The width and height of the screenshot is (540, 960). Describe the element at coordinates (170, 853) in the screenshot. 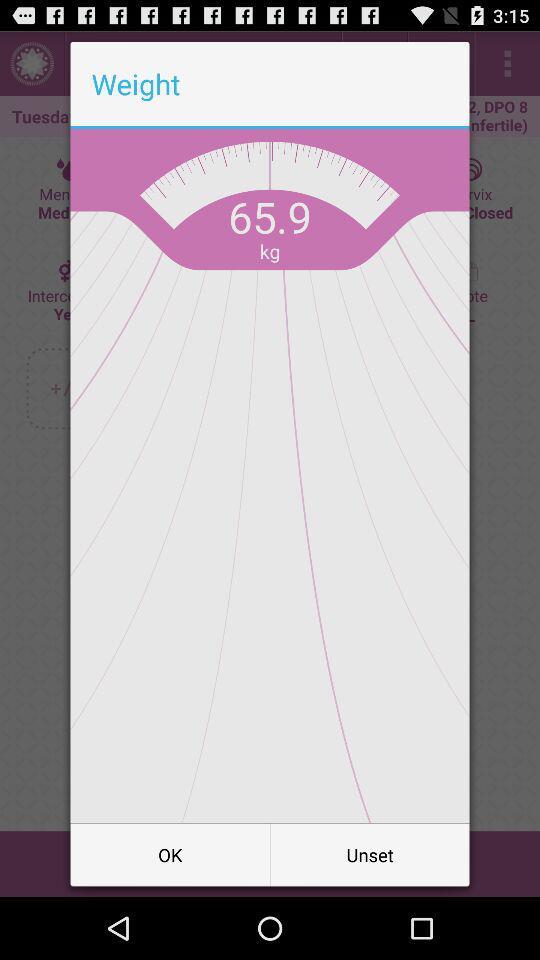

I see `ok item` at that location.